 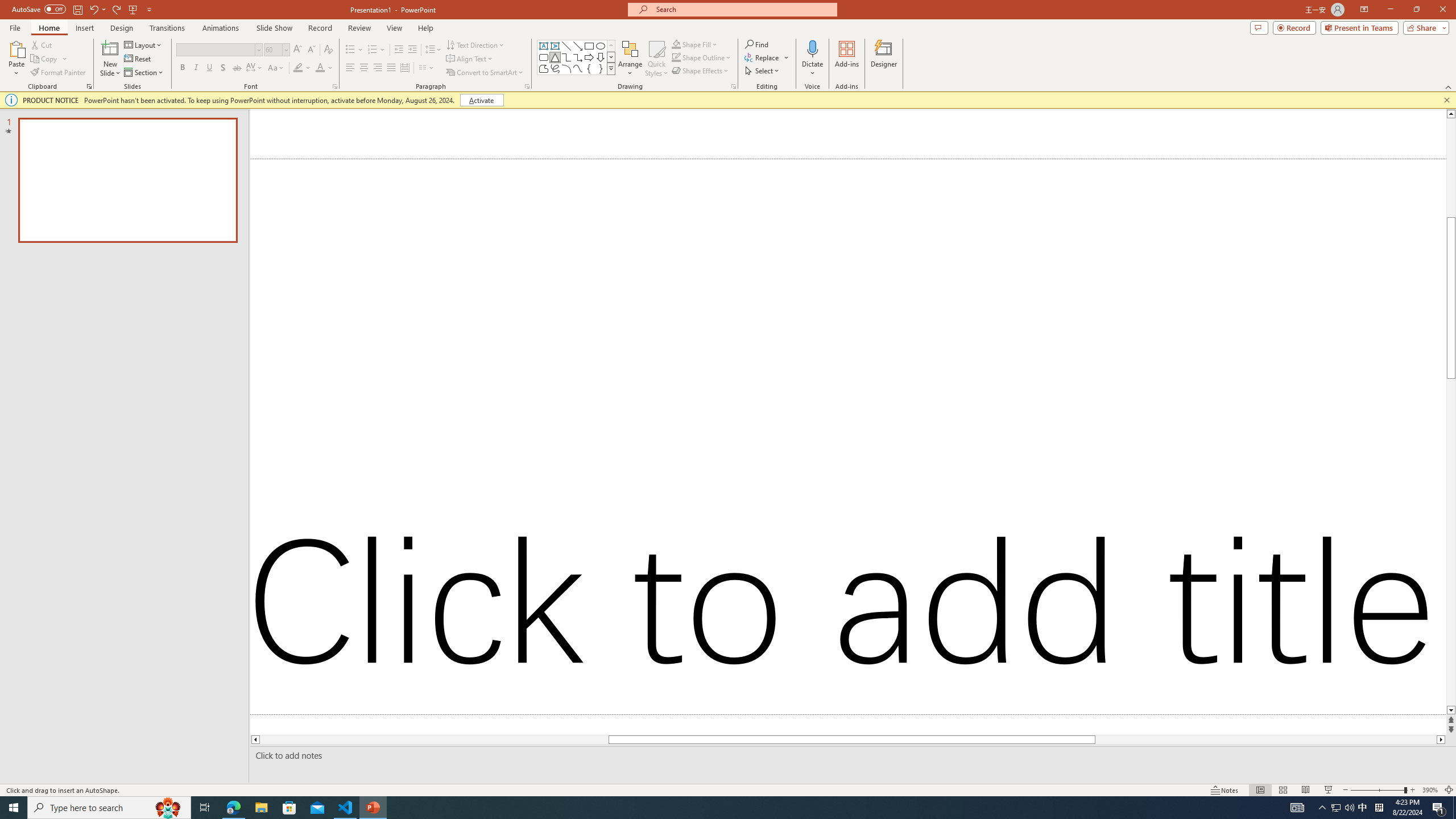 What do you see at coordinates (543, 45) in the screenshot?
I see `'Text Box'` at bounding box center [543, 45].